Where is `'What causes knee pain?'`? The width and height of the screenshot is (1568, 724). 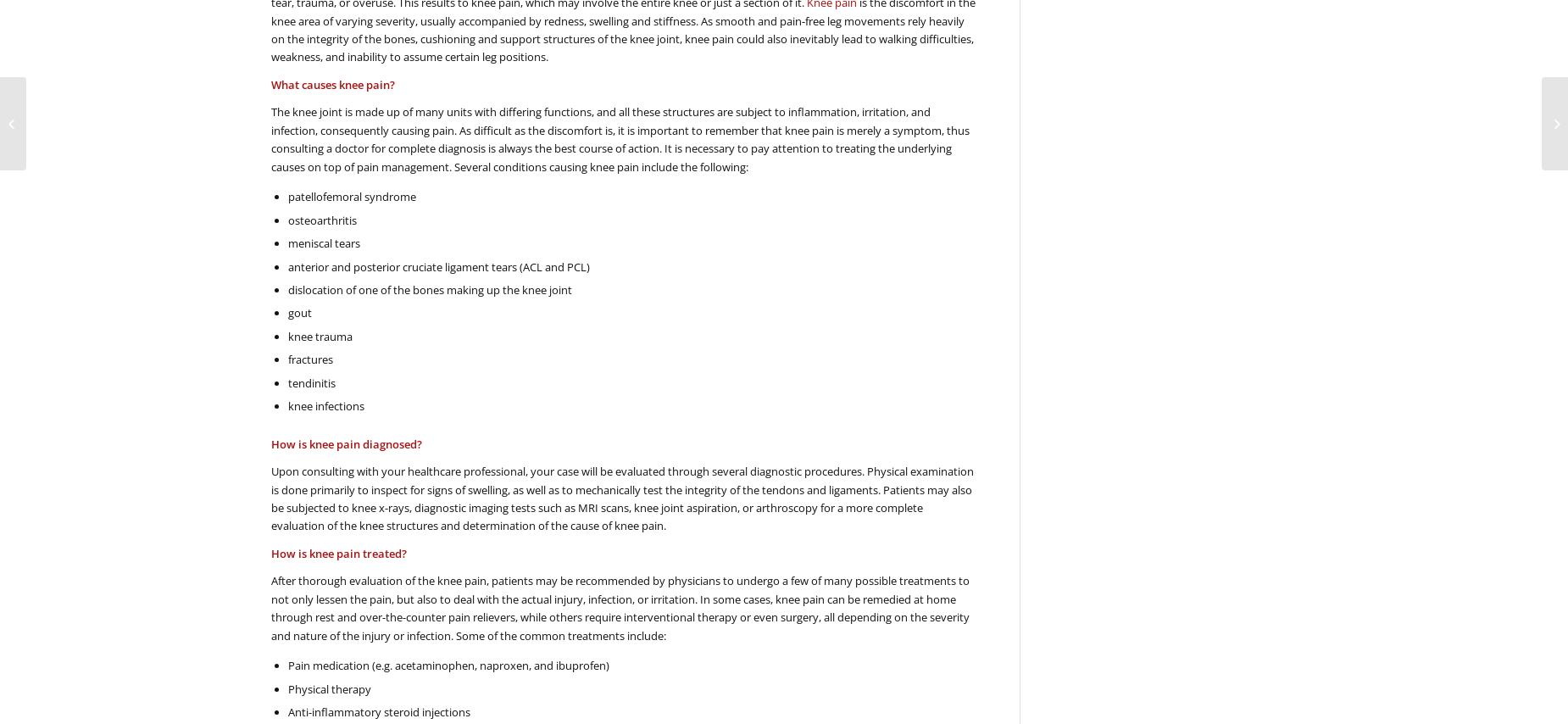
'What causes knee pain?' is located at coordinates (331, 83).